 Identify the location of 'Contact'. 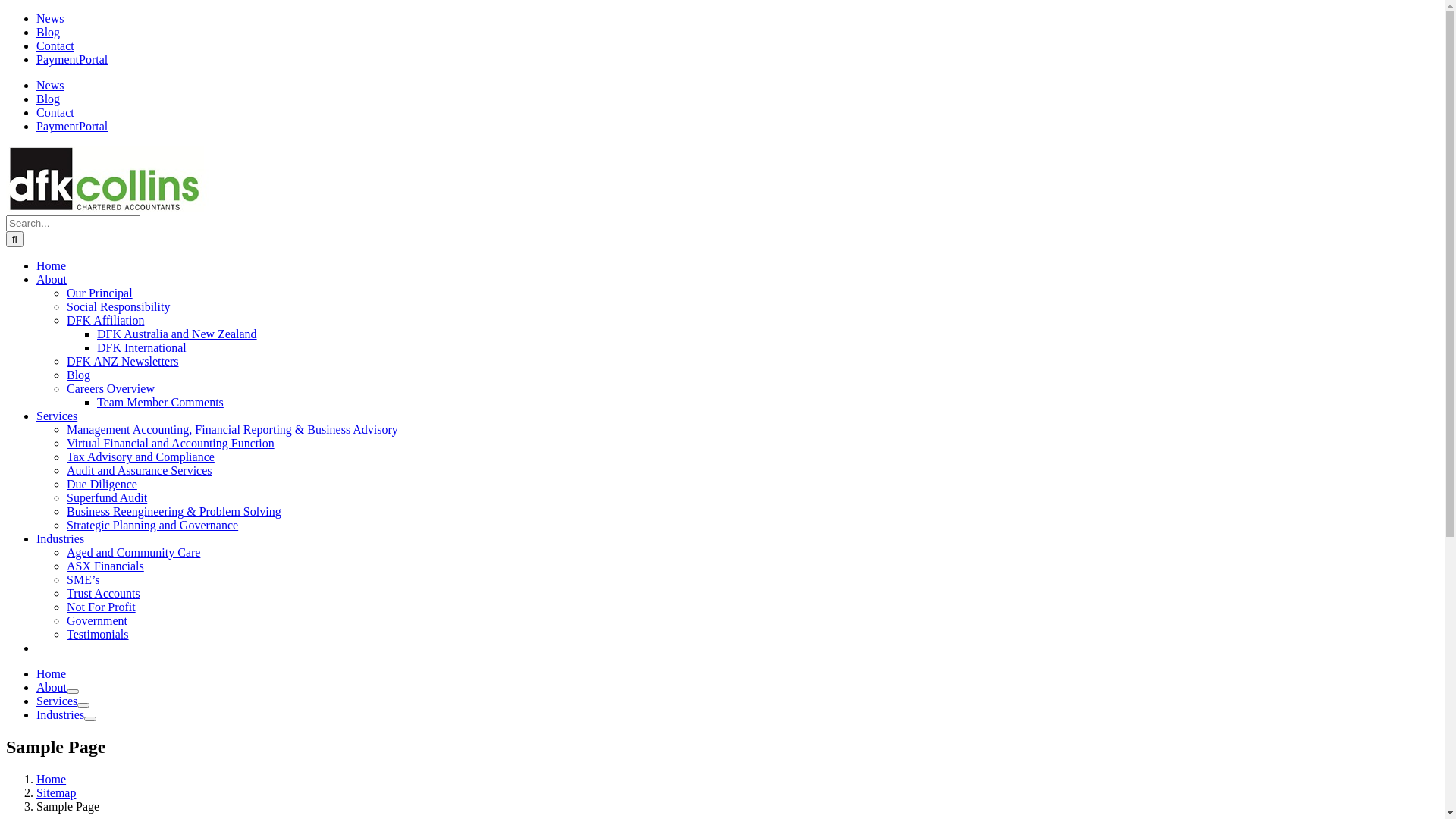
(55, 111).